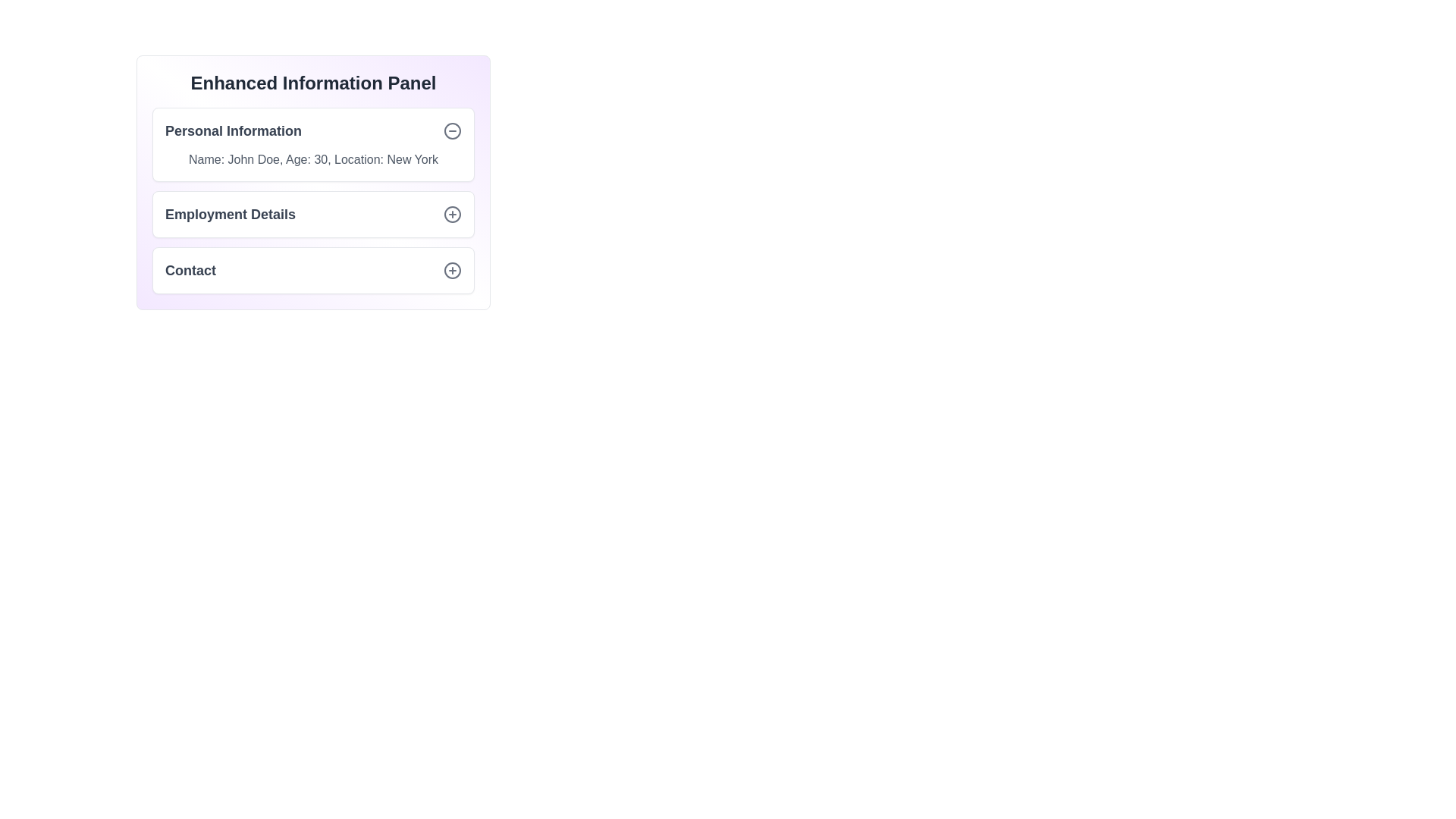 Image resolution: width=1456 pixels, height=819 pixels. I want to click on the circular button with a 'plus' symbol, so click(451, 270).